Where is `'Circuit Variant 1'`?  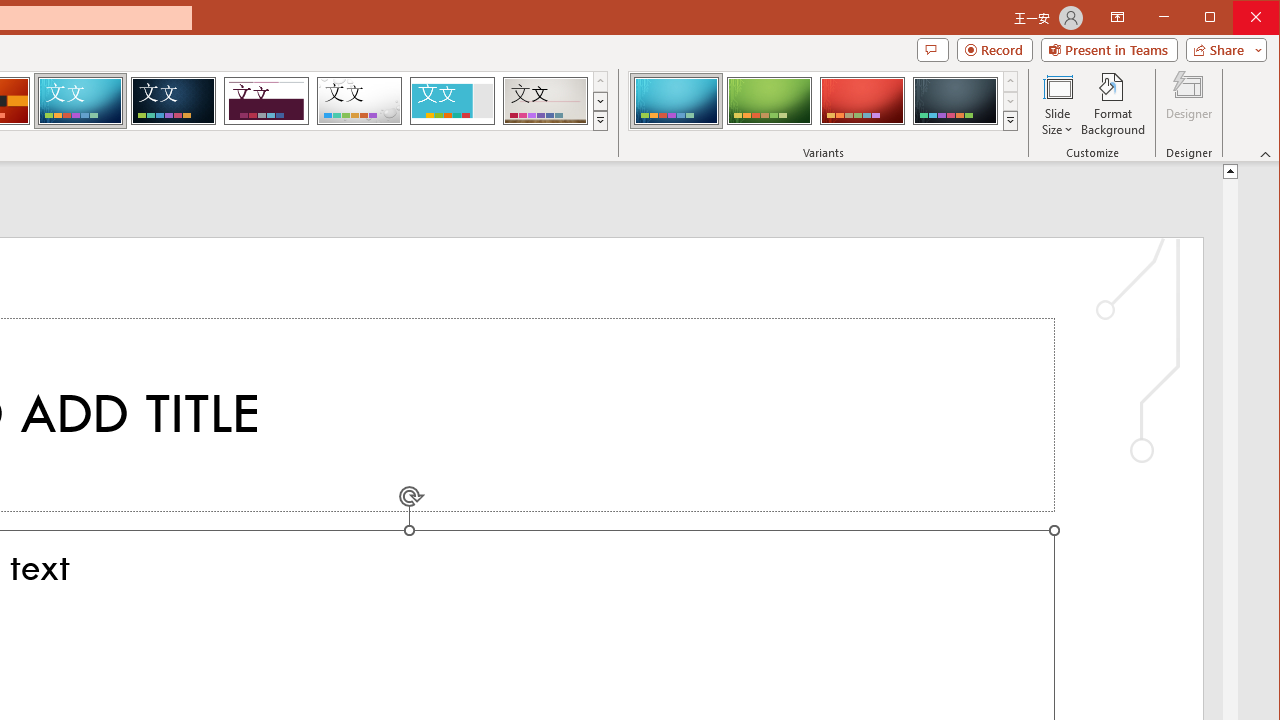 'Circuit Variant 1' is located at coordinates (676, 100).